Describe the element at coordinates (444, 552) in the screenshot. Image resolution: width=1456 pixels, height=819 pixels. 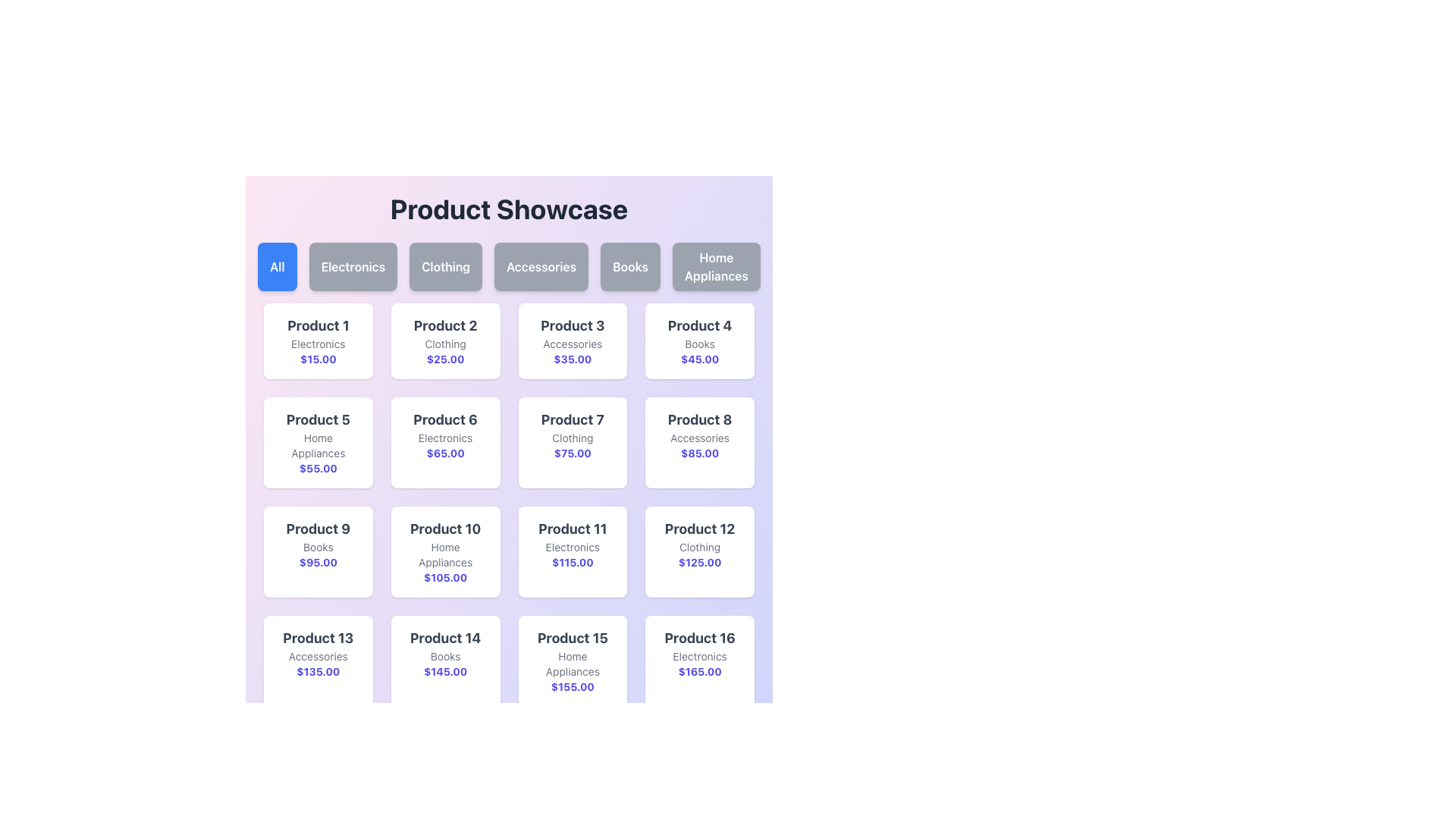
I see `the card displaying 'Product 10' with the price '$105.00' located in the third row and second column of the grid` at that location.